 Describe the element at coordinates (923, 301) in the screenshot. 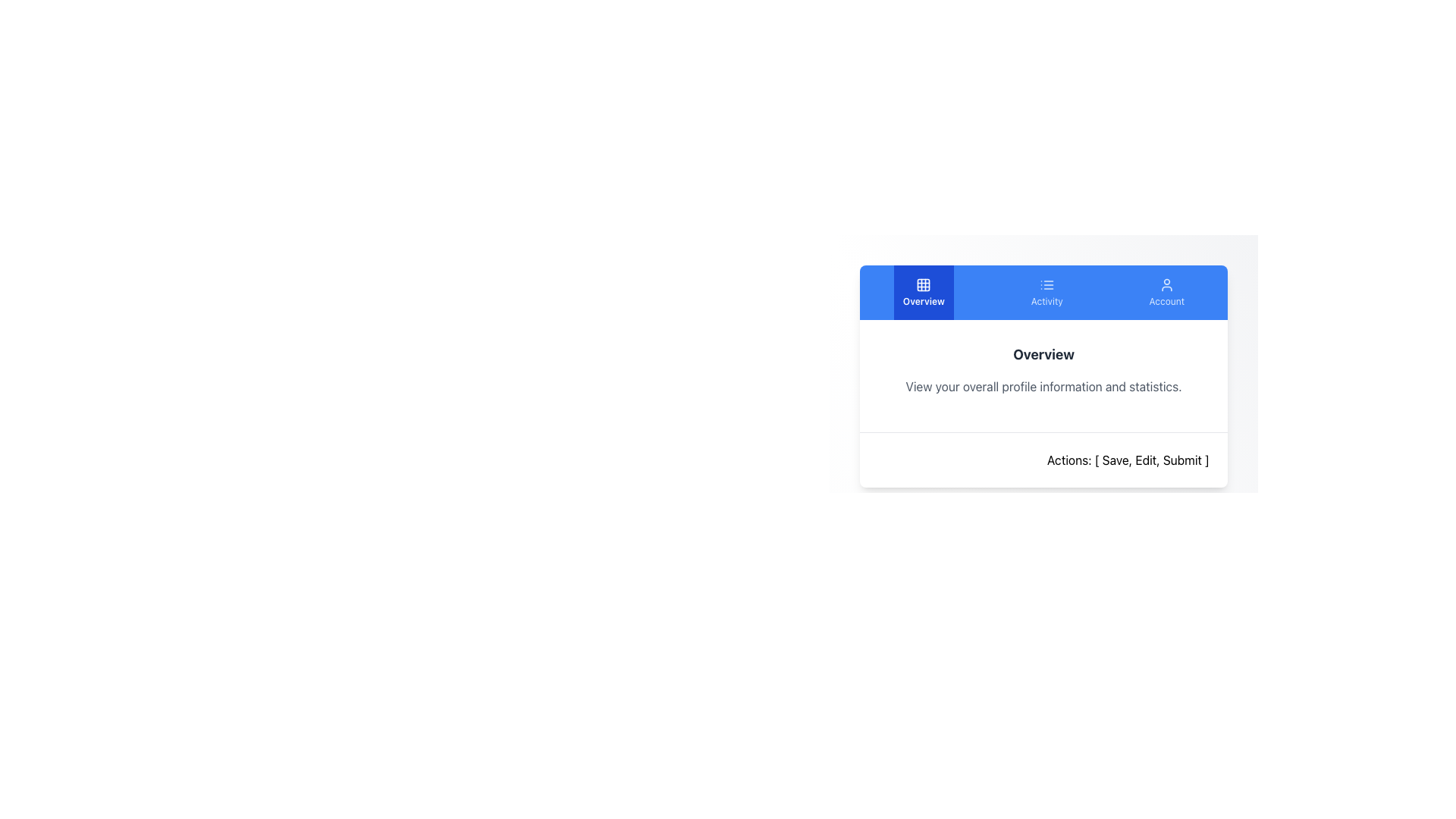

I see `the text label displaying 'Overview' located below the grid icon on the leftmost section of the horizontal navigation bar` at that location.